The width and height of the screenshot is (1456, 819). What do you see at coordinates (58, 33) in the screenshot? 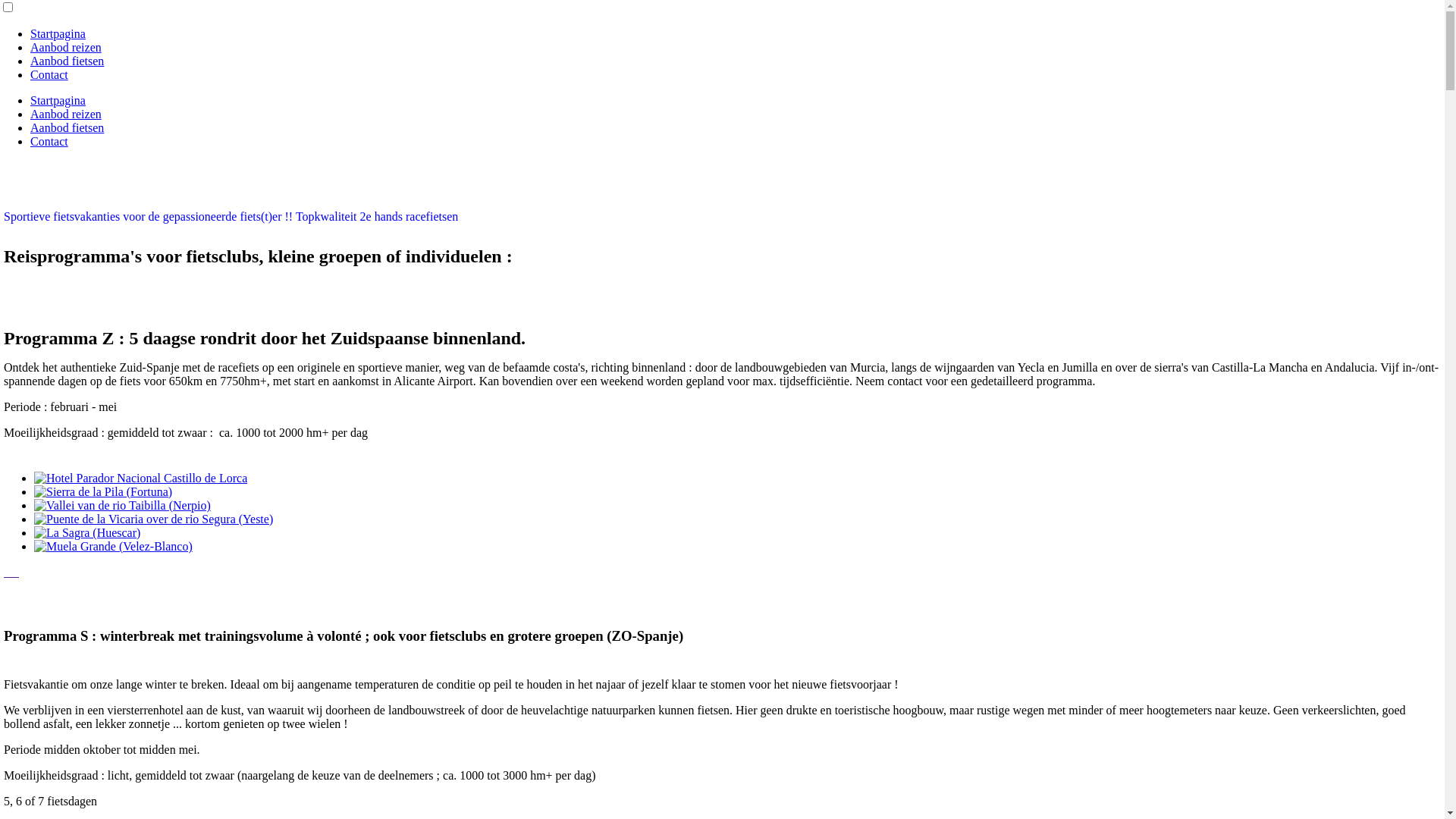
I see `'Startpagina'` at bounding box center [58, 33].